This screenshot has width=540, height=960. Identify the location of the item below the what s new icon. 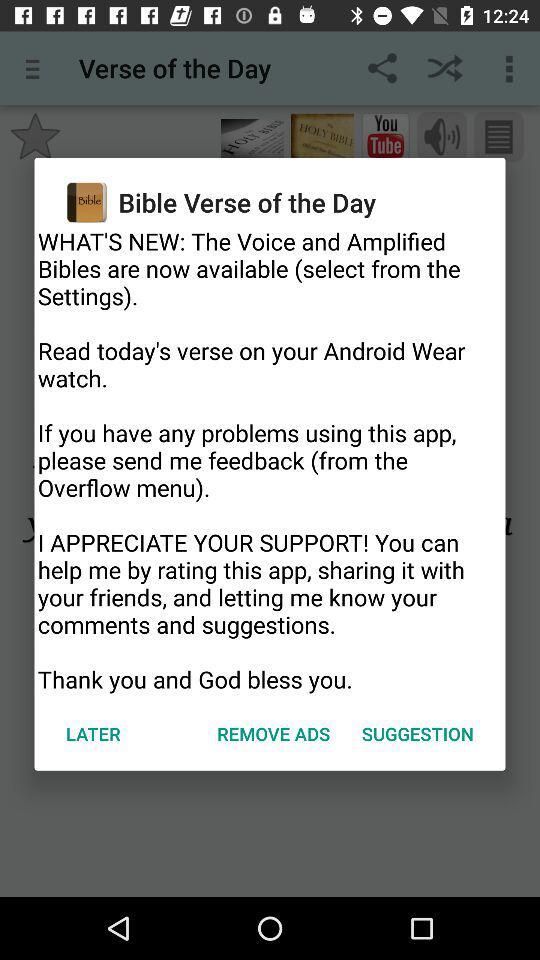
(272, 732).